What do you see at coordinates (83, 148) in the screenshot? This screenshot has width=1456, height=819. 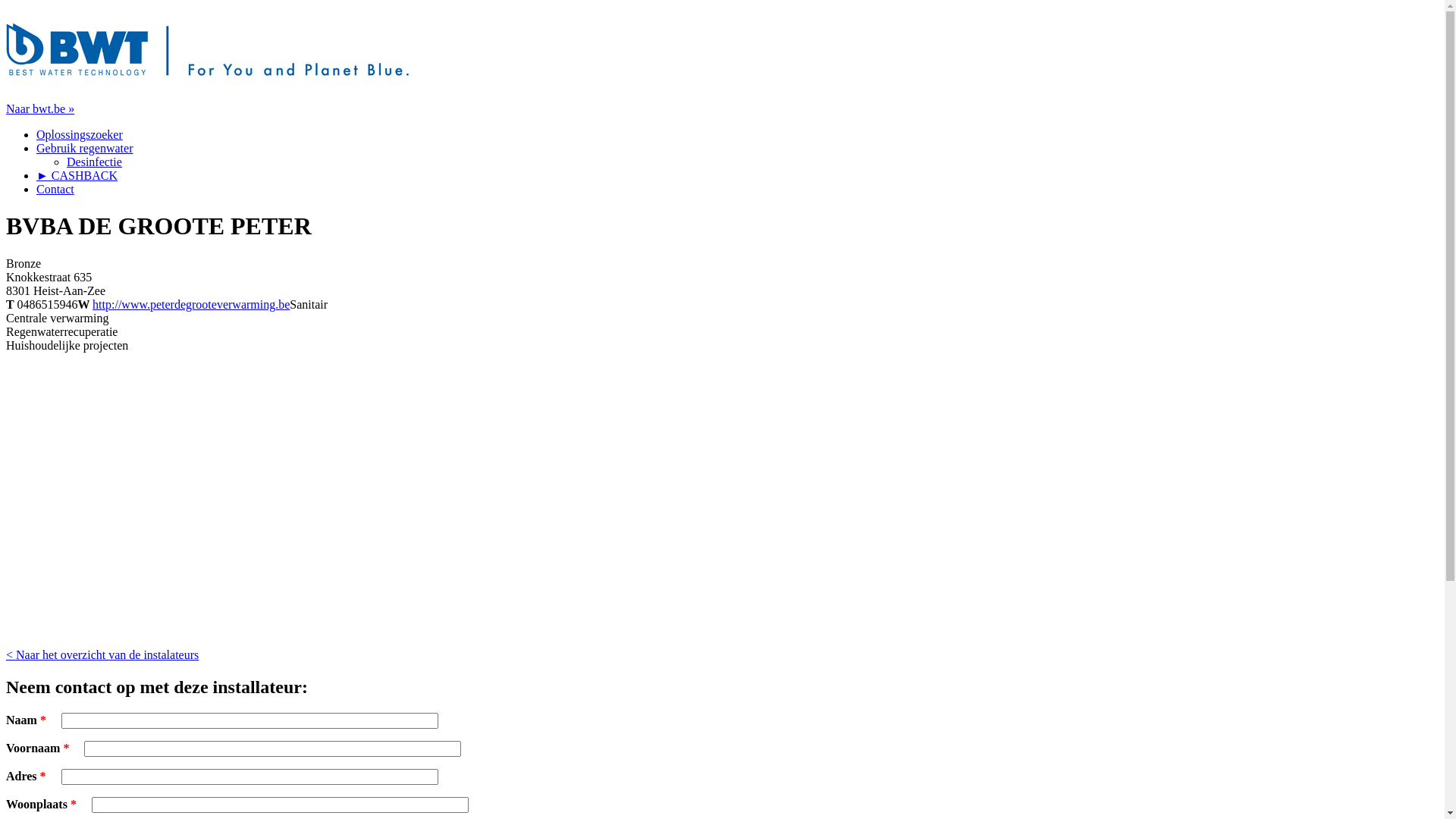 I see `'Gebruik regenwater'` at bounding box center [83, 148].